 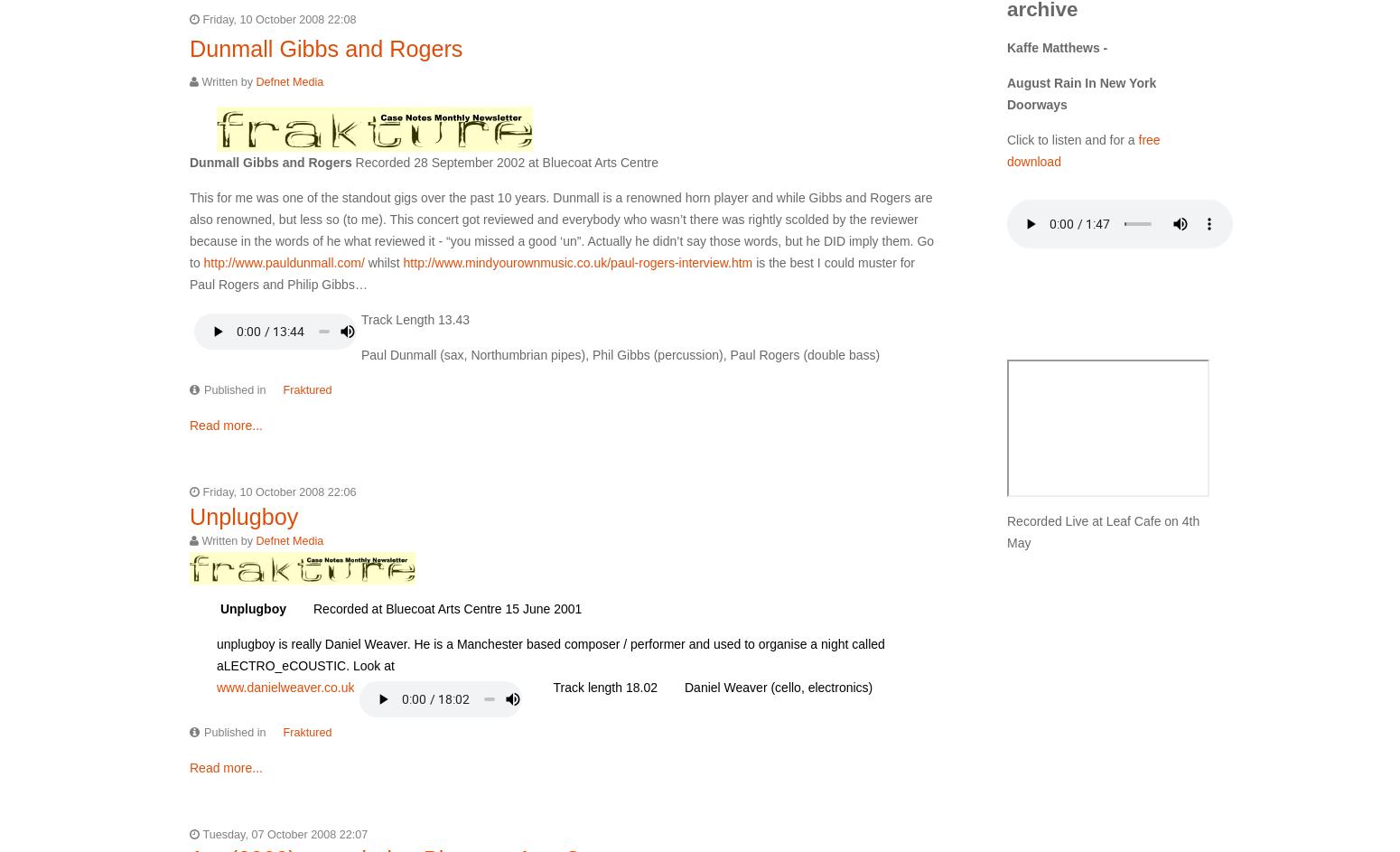 What do you see at coordinates (1072, 138) in the screenshot?
I see `'Click to listen and for a'` at bounding box center [1072, 138].